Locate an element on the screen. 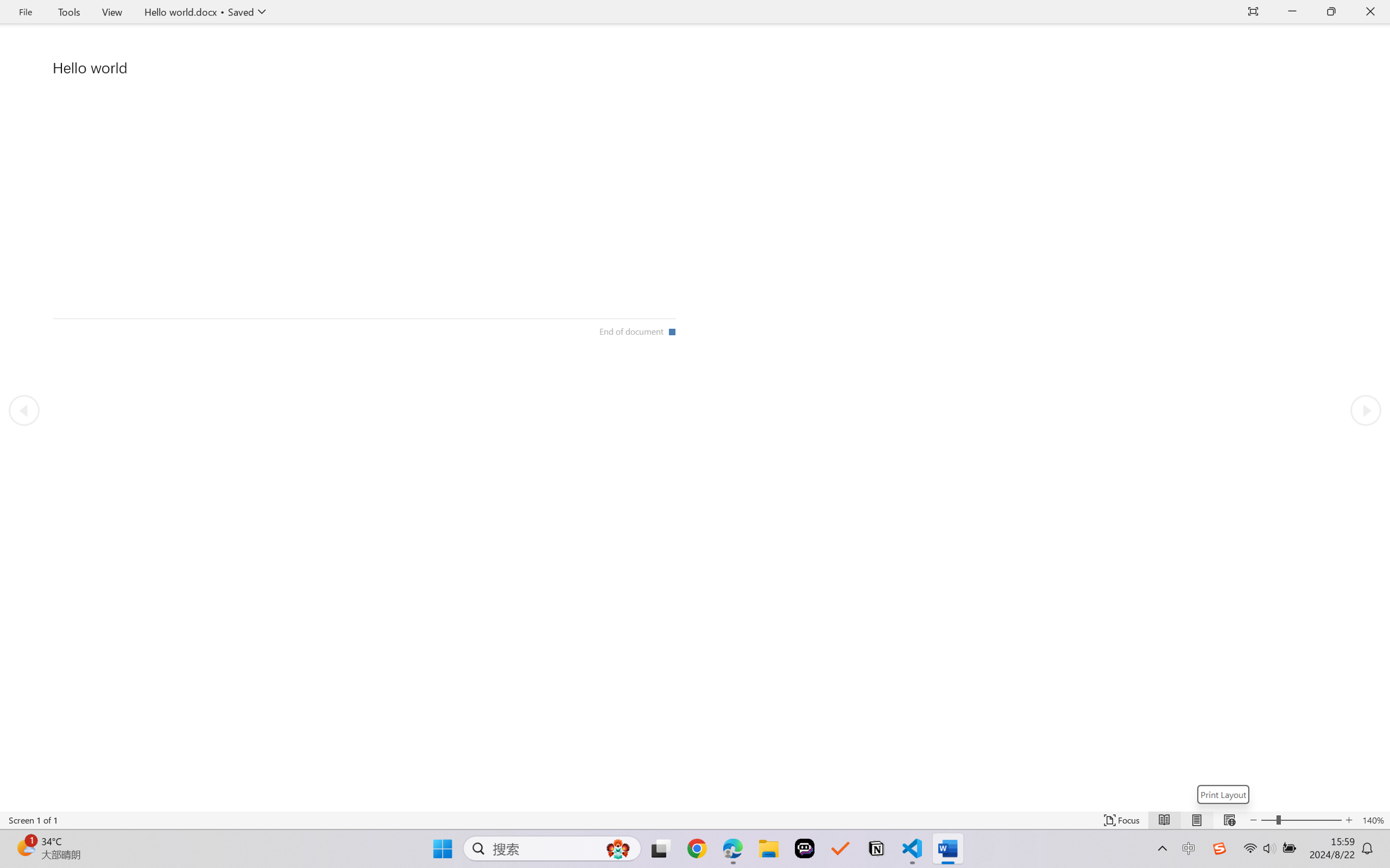 Image resolution: width=1390 pixels, height=868 pixels. 'Auto-hide Reading Toolbar' is located at coordinates (1253, 11).